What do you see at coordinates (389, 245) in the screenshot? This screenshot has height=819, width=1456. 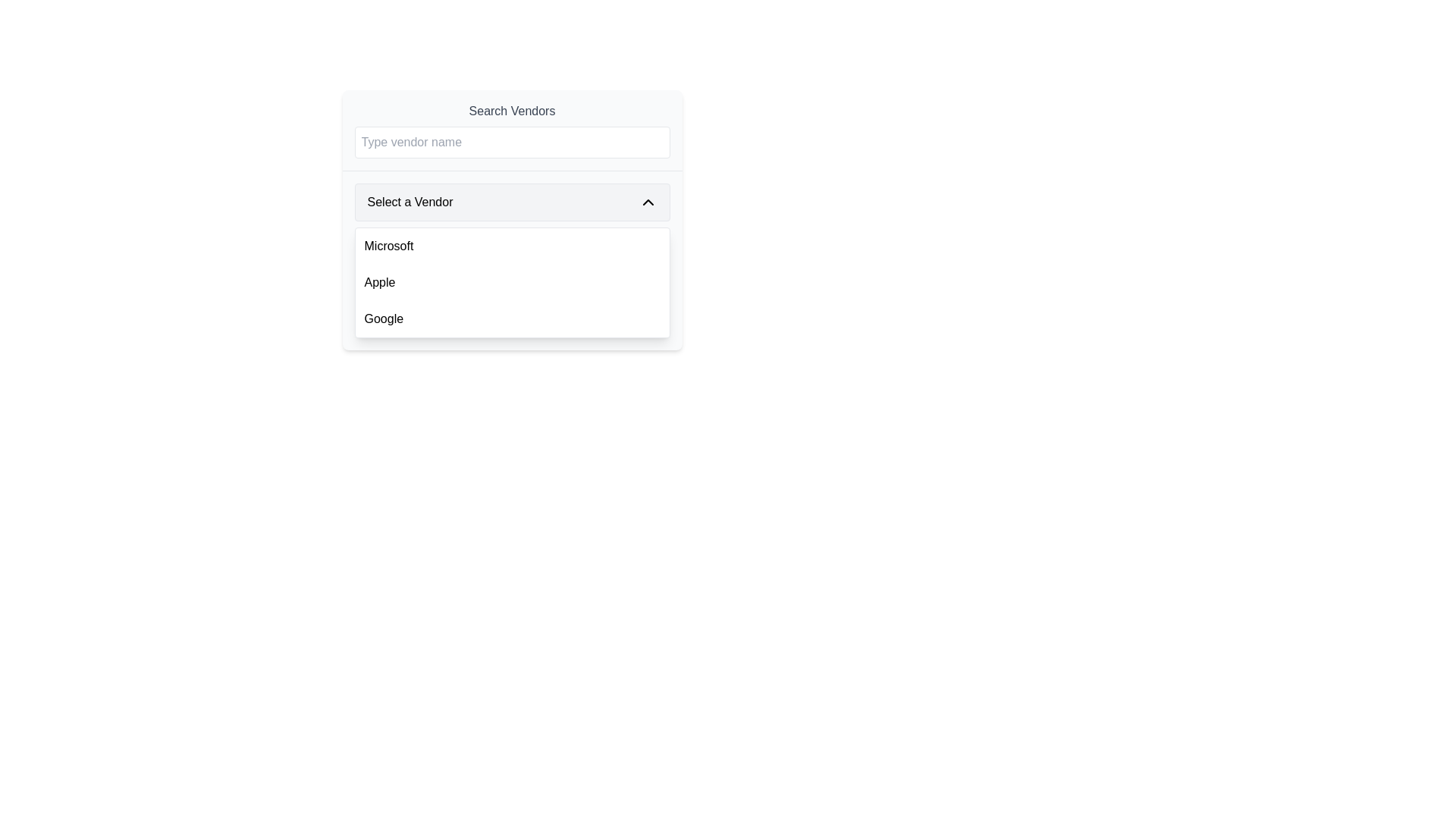 I see `the 'Microsoft' text label, which is the first selectable option in the dropdown menu of vendor choices, located at the top of the list above 'Apple' and 'Google'` at bounding box center [389, 245].